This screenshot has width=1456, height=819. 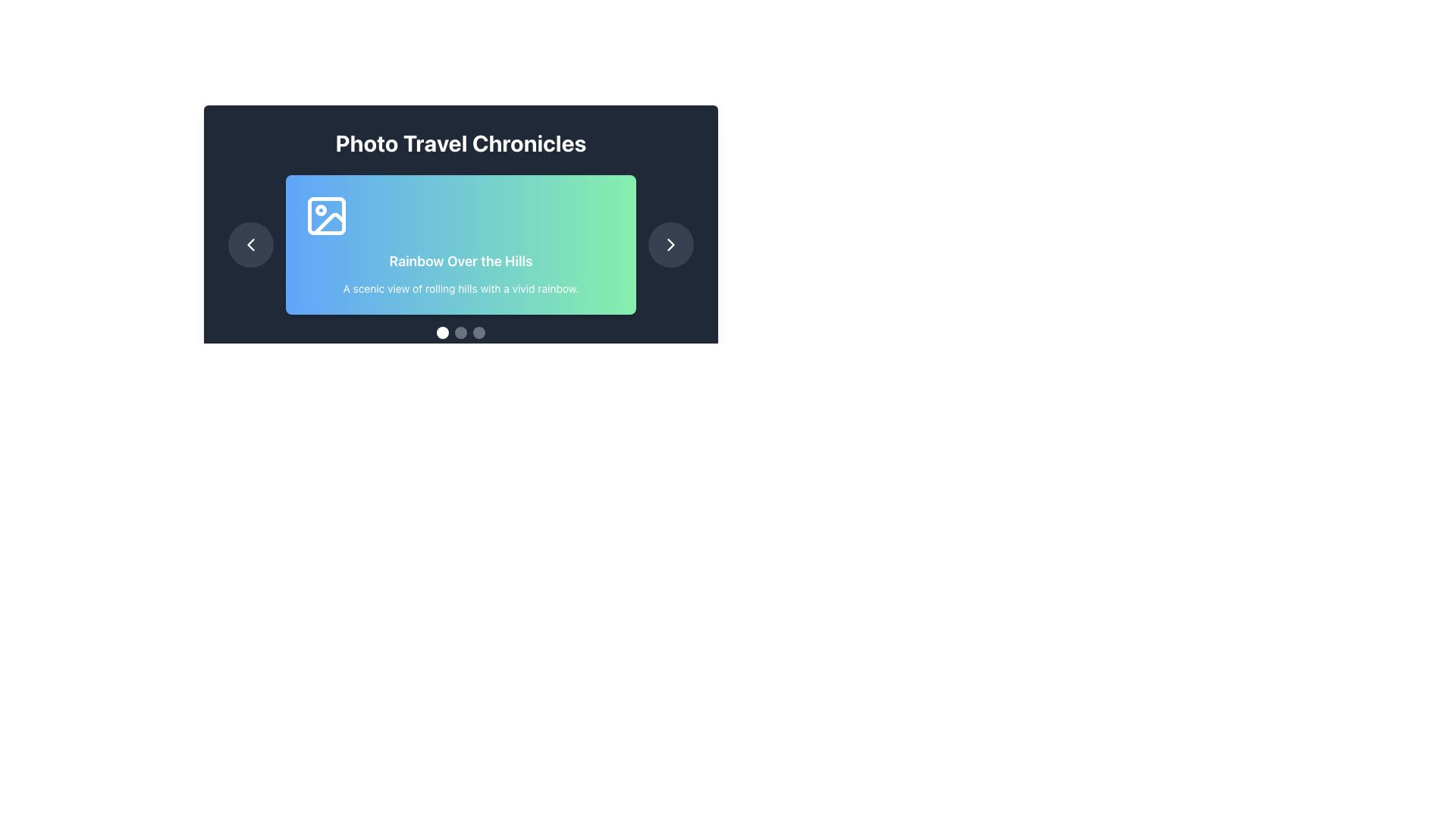 I want to click on the left navigation icon button located inside a dark circular button beneath the title 'Photo Travel Chronicles', so click(x=251, y=244).